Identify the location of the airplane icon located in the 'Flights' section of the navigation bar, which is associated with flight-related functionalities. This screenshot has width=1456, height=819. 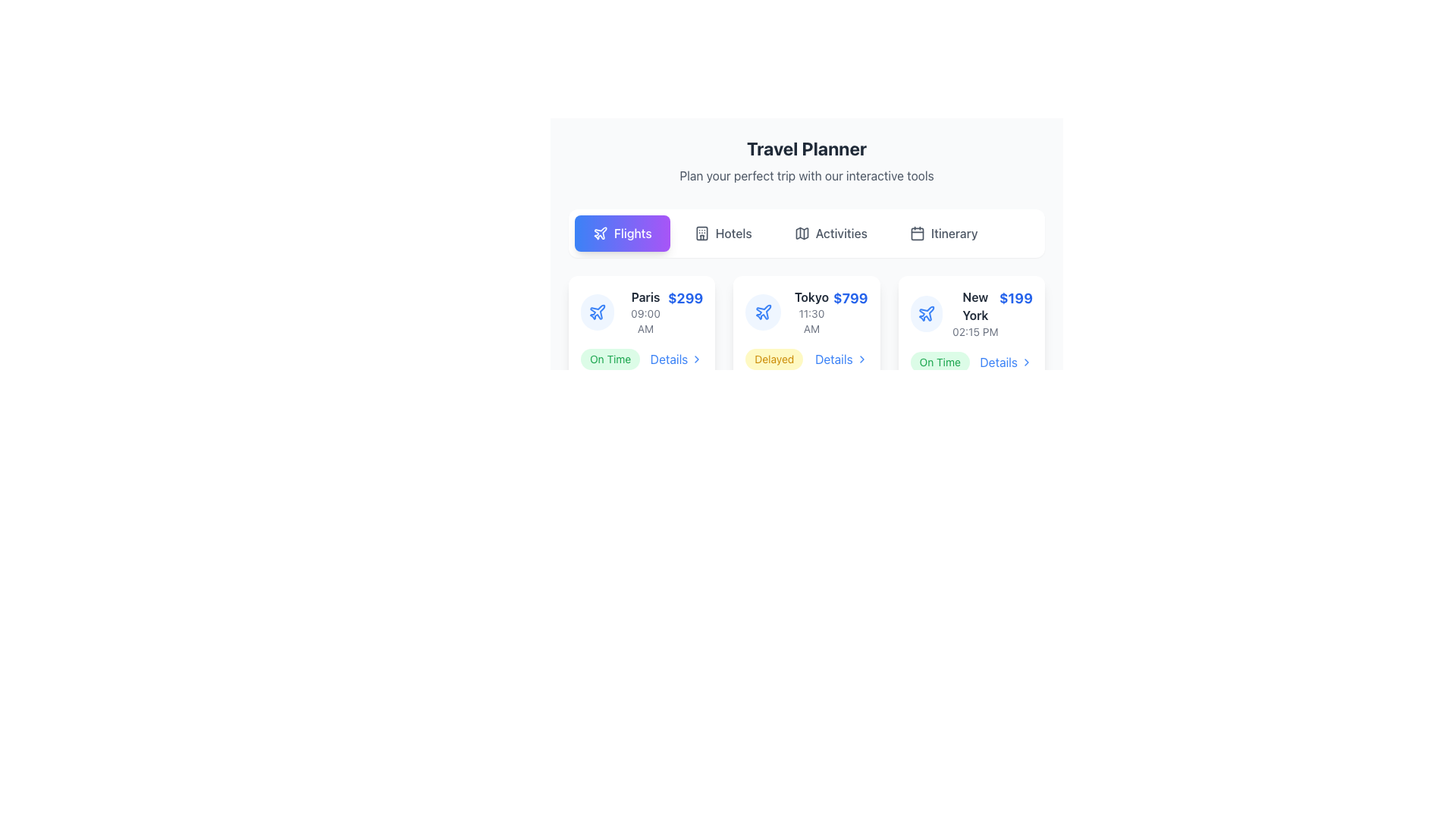
(600, 233).